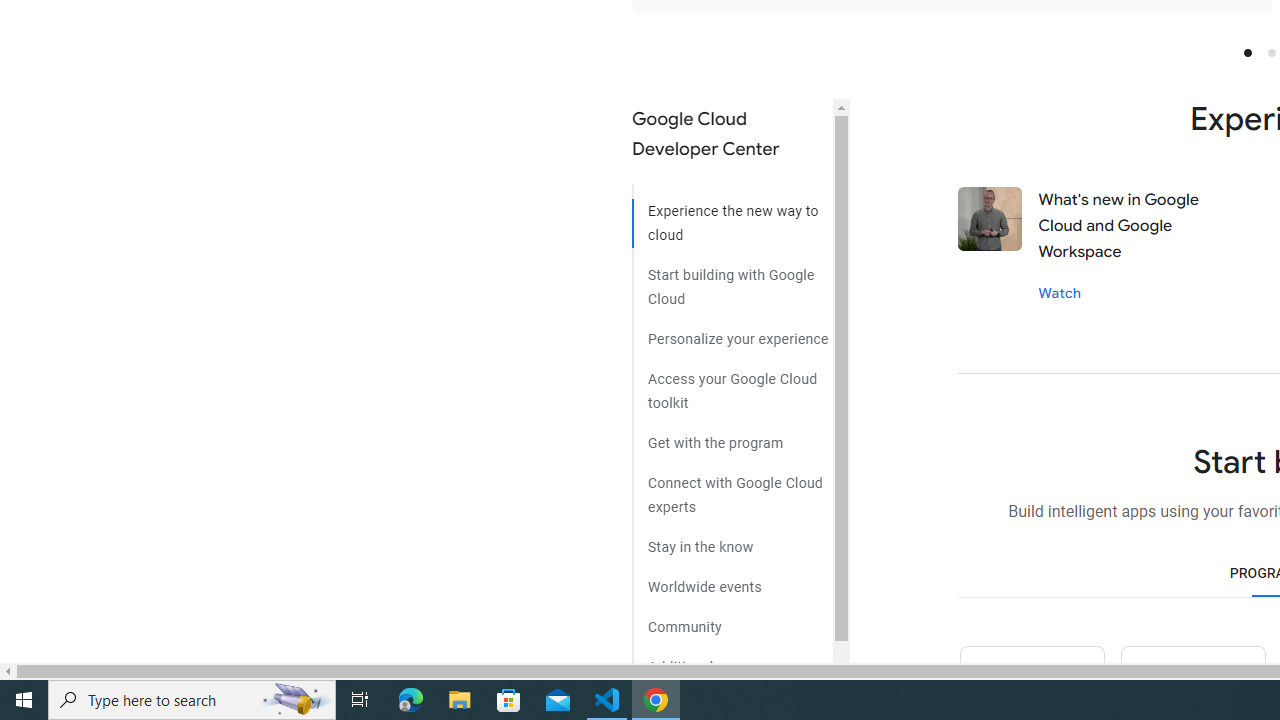 This screenshot has height=720, width=1280. I want to click on 'Personalize your experience', so click(731, 330).